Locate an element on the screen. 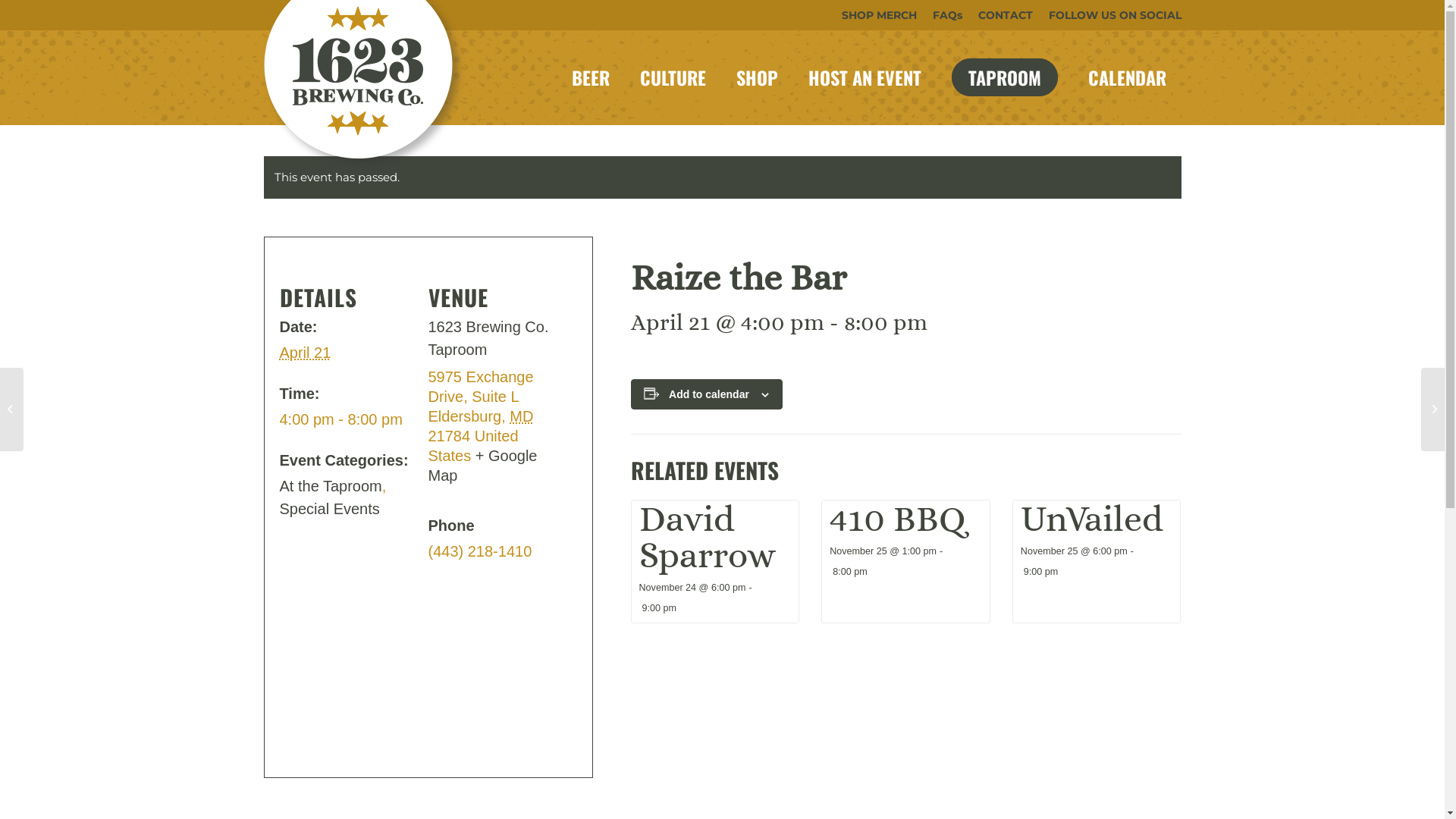 This screenshot has height=819, width=1456. 'Add to calendar' is located at coordinates (668, 394).